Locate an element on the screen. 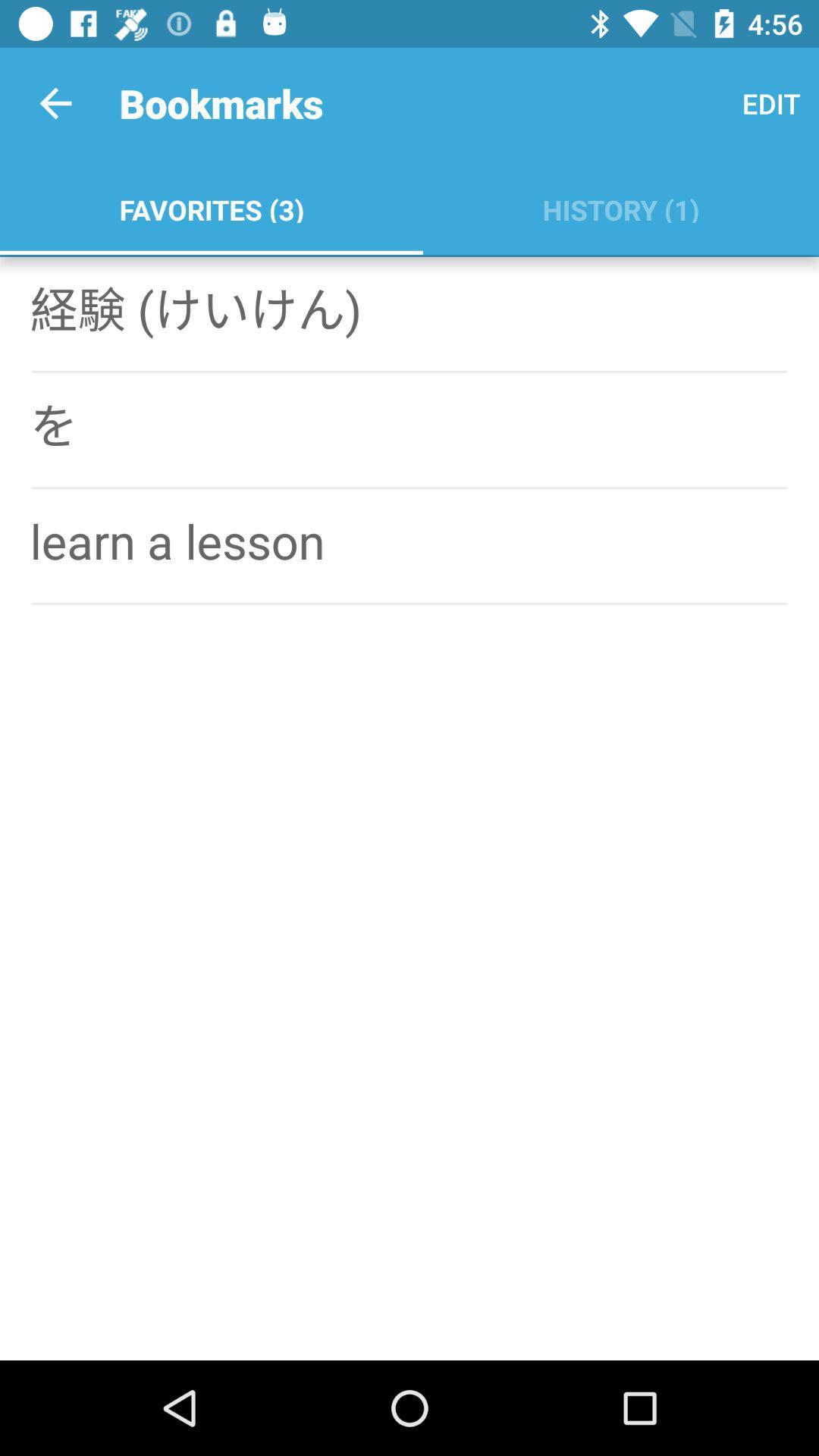 This screenshot has width=819, height=1456. the icon below the edit item is located at coordinates (620, 206).